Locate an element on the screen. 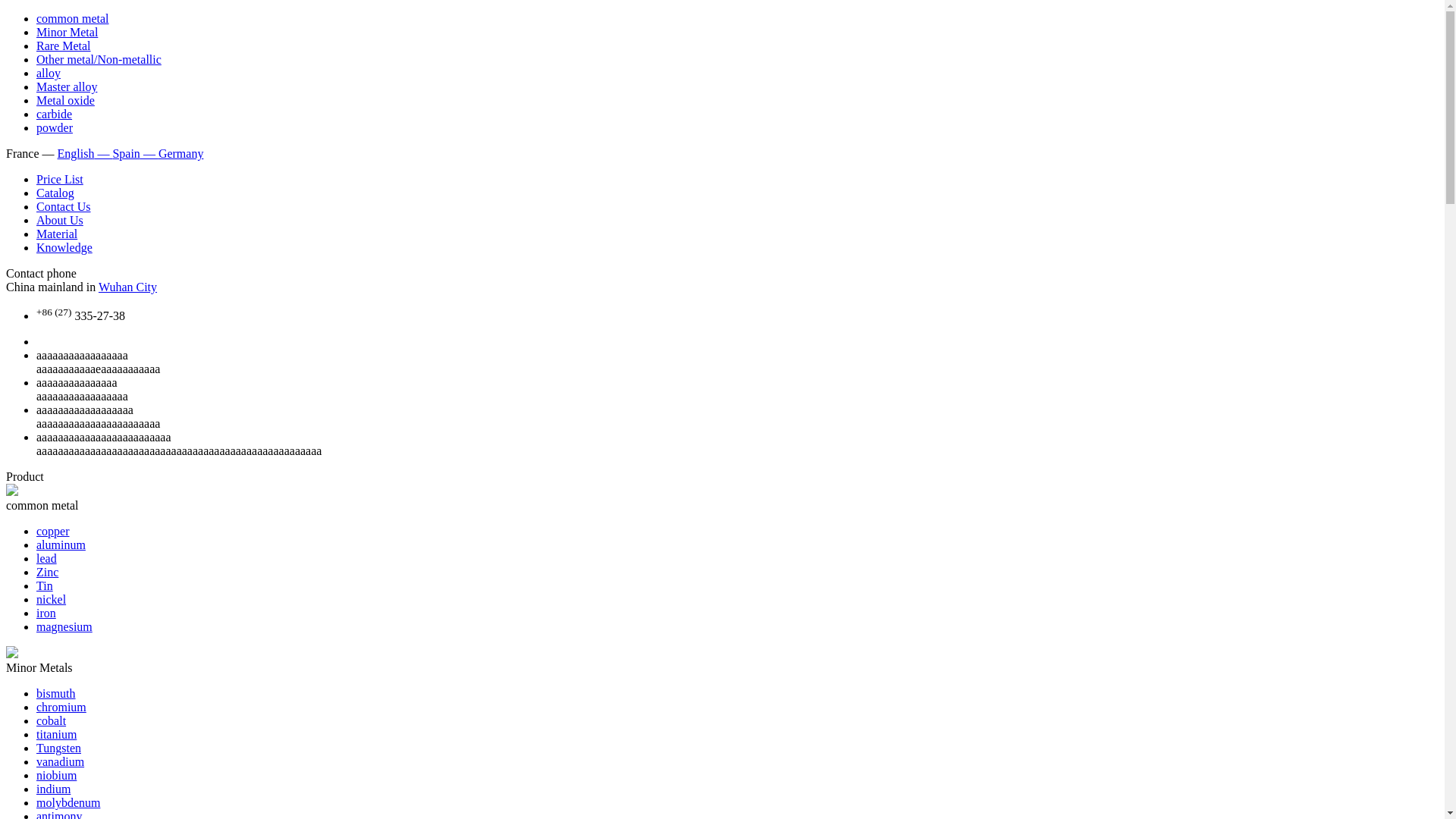 The height and width of the screenshot is (819, 1456). 'Knowledge' is located at coordinates (36, 246).